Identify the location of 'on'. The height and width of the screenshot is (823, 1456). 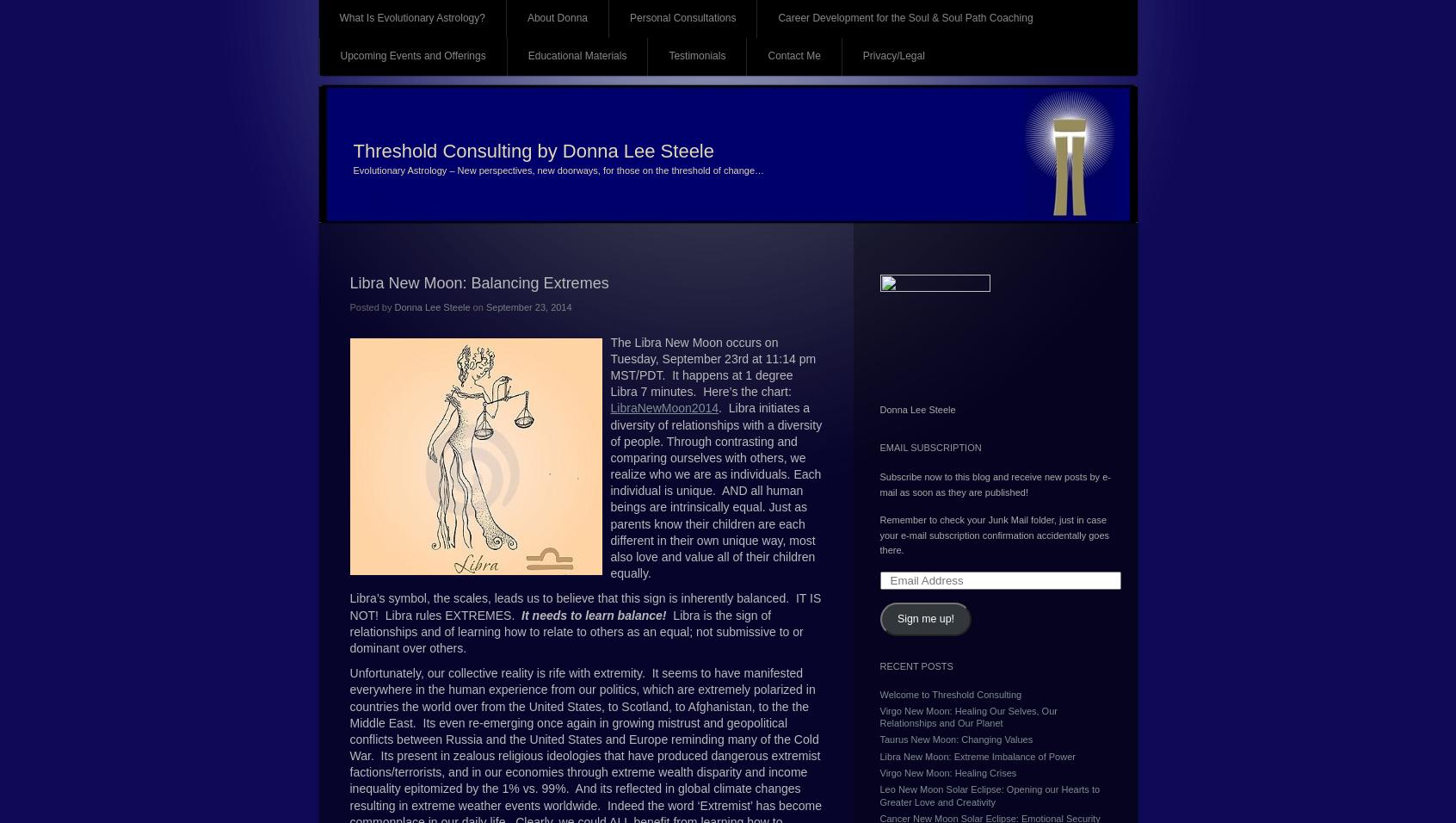
(477, 306).